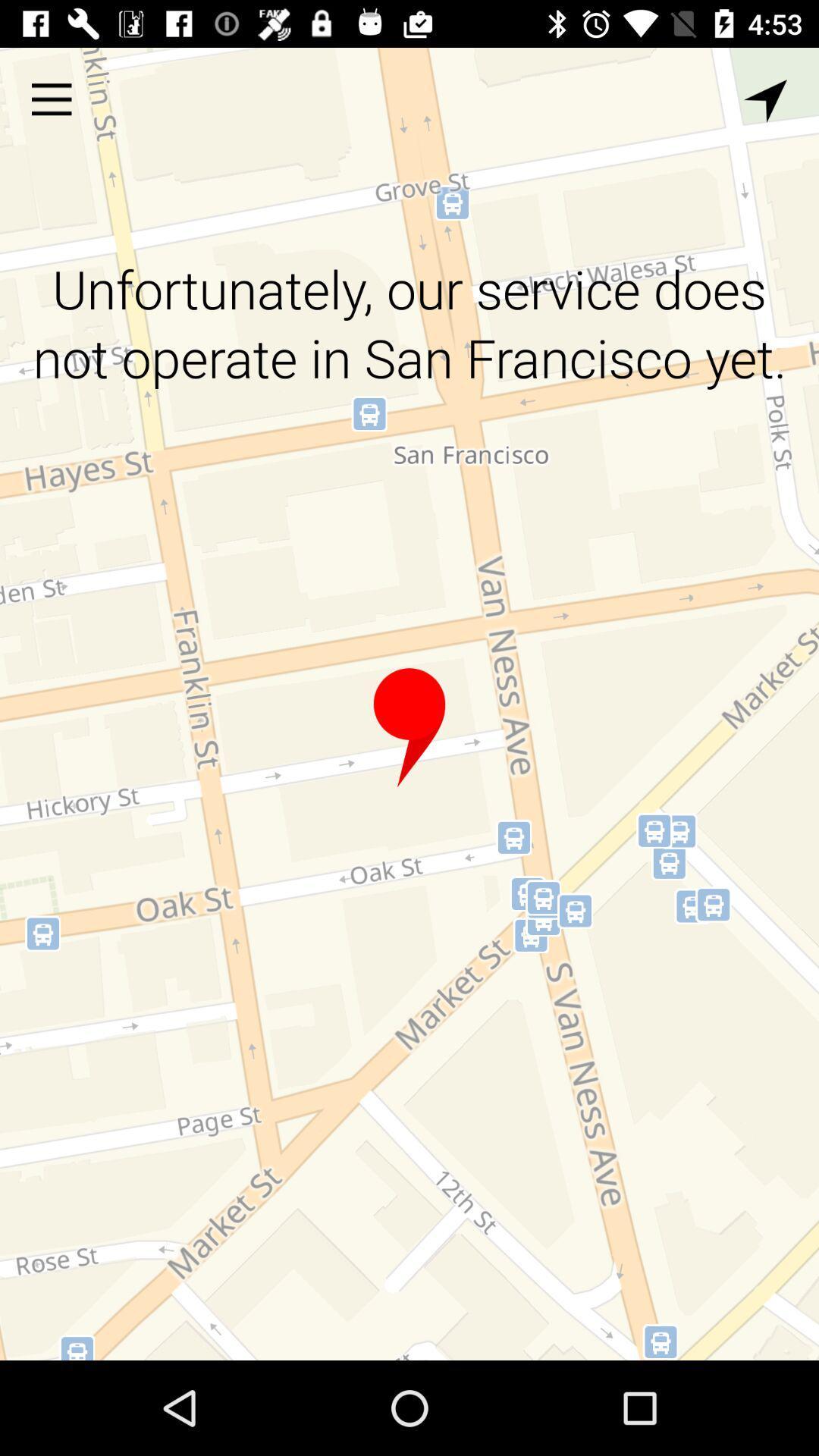 The height and width of the screenshot is (1456, 819). Describe the element at coordinates (51, 99) in the screenshot. I see `the item above the unfortunately our service item` at that location.